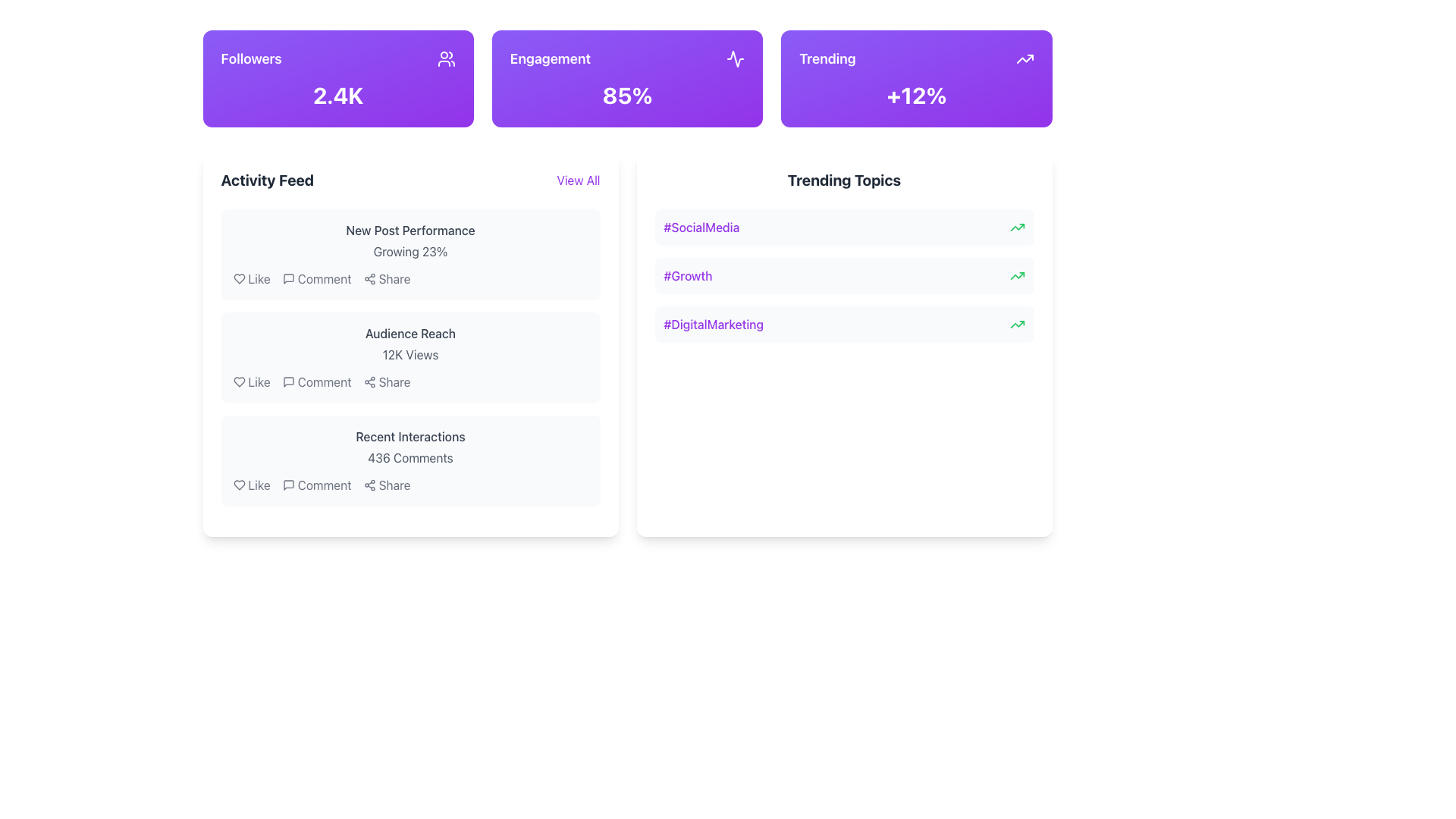 Image resolution: width=1456 pixels, height=819 pixels. What do you see at coordinates (387, 485) in the screenshot?
I see `the 'Share' button in the 'Recent Interactions' section under the third activity in the 'Activity Feed' panel to change its color` at bounding box center [387, 485].